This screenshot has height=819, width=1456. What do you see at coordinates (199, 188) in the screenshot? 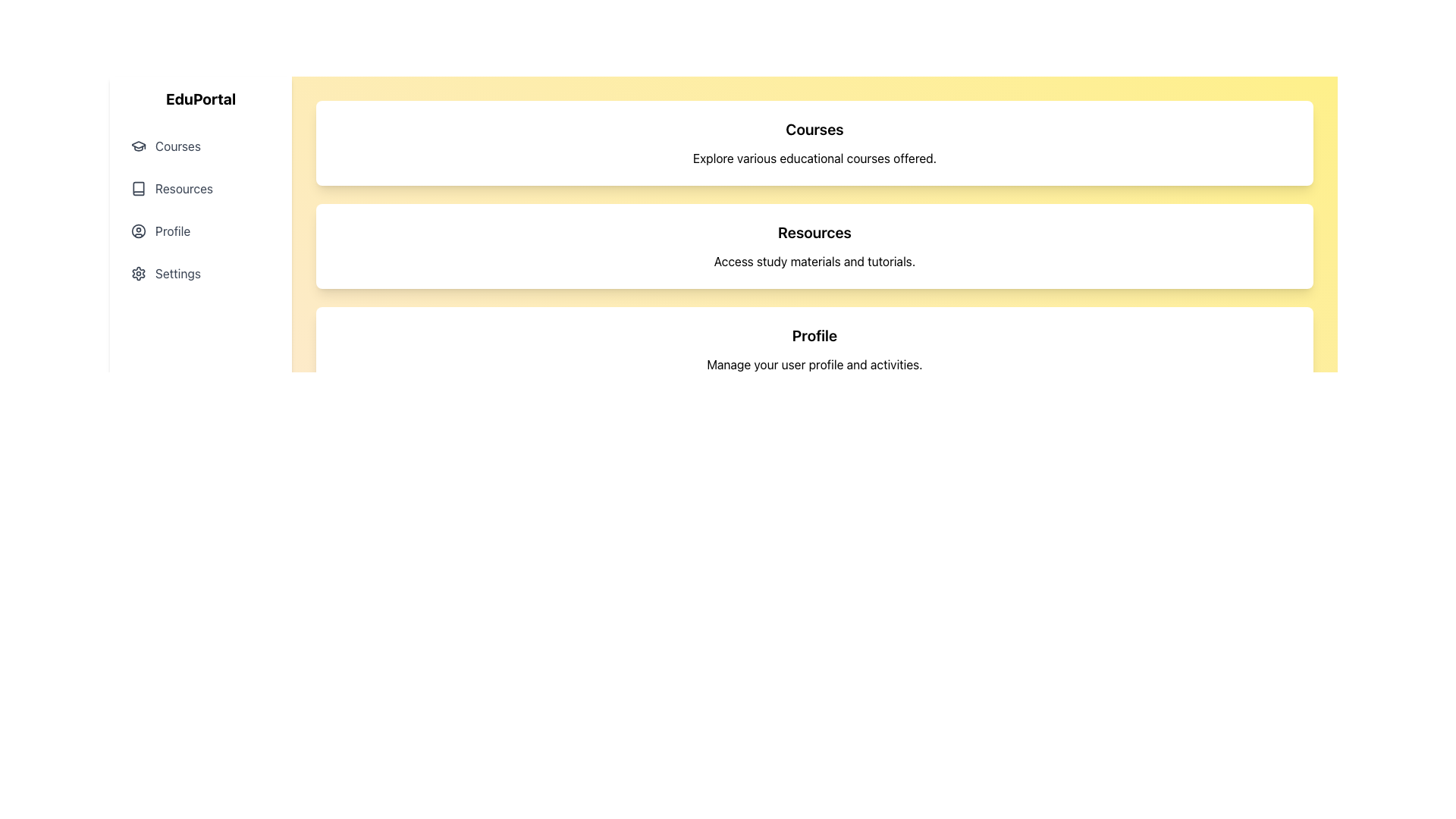
I see `the 'Resources' navigation button located in the vertical menu on the left side of the page, positioned between 'Courses' and 'Profile'` at bounding box center [199, 188].